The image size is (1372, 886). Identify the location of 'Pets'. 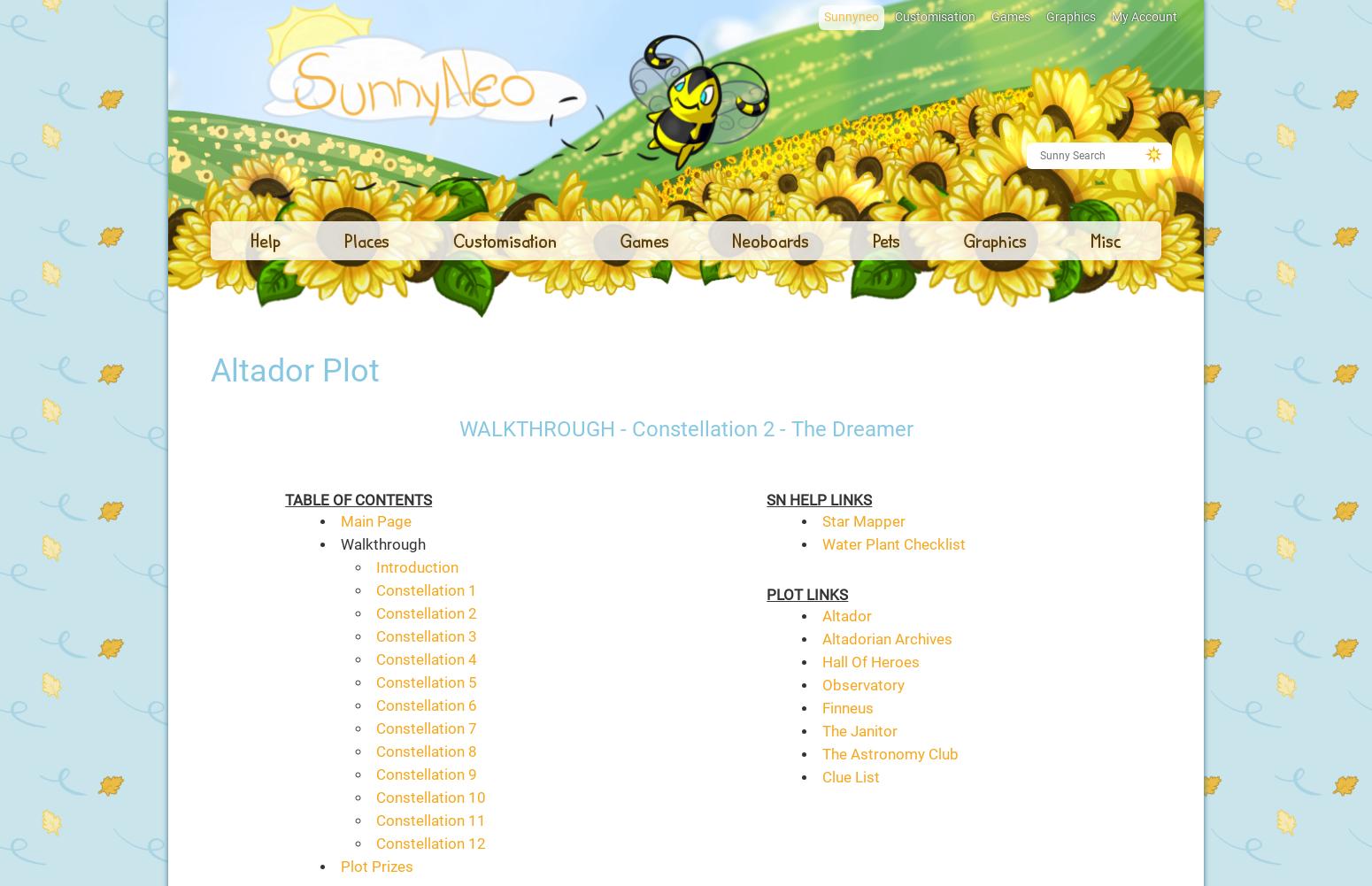
(871, 239).